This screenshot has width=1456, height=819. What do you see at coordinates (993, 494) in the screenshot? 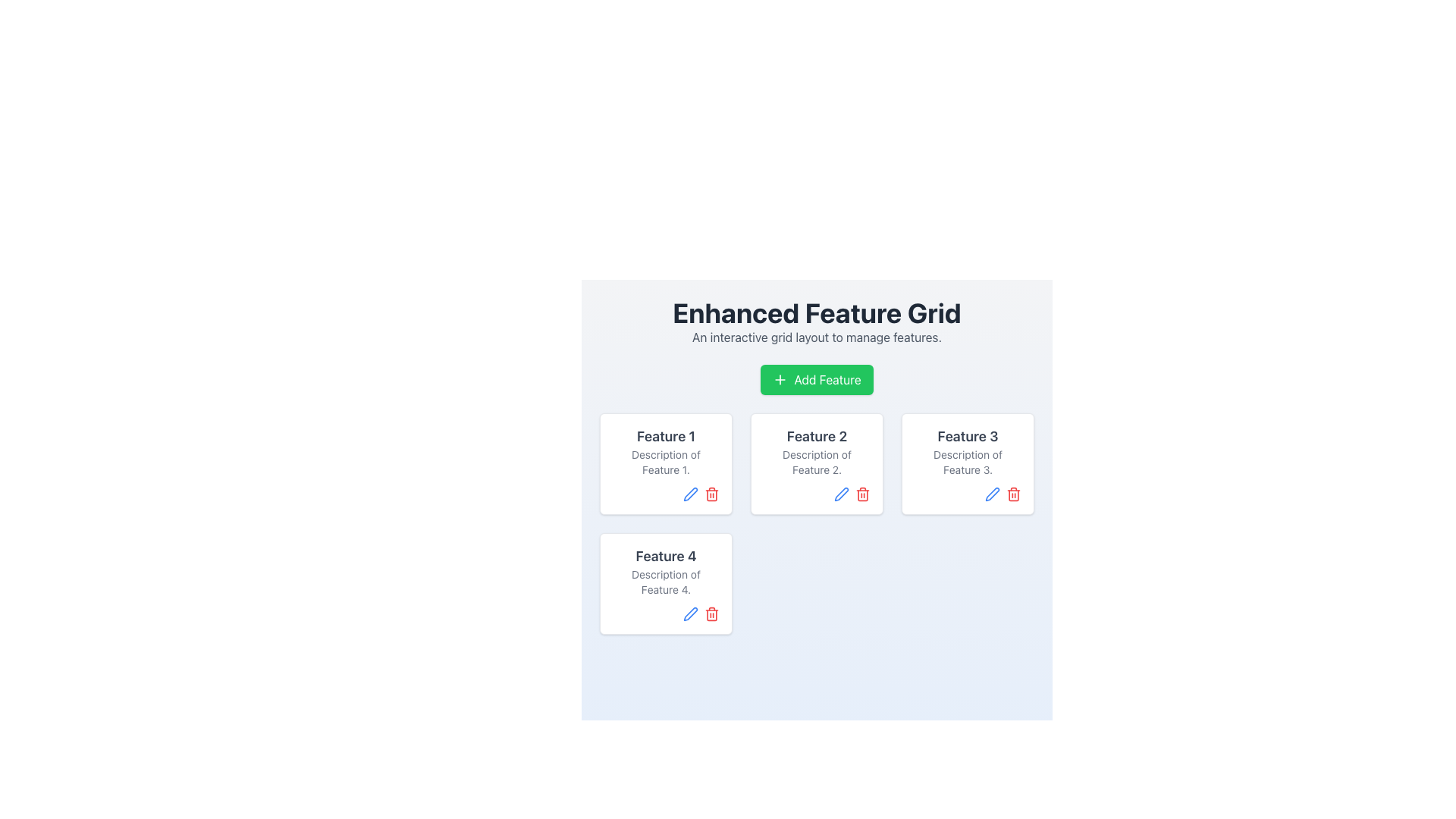
I see `the pen-shaped icon located in the 'Feature 3' card to initiate an edit action` at bounding box center [993, 494].